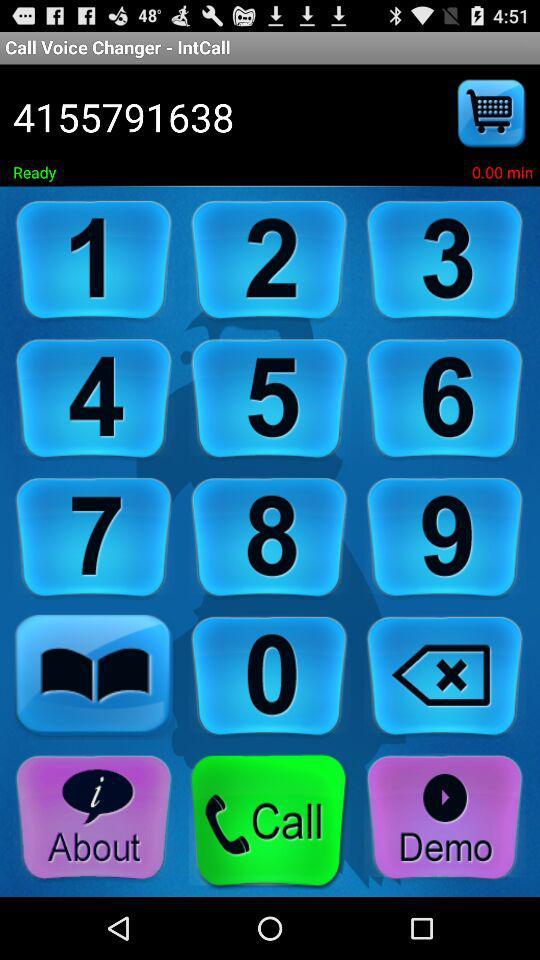 The image size is (540, 960). What do you see at coordinates (93, 537) in the screenshot?
I see `click on number seven` at bounding box center [93, 537].